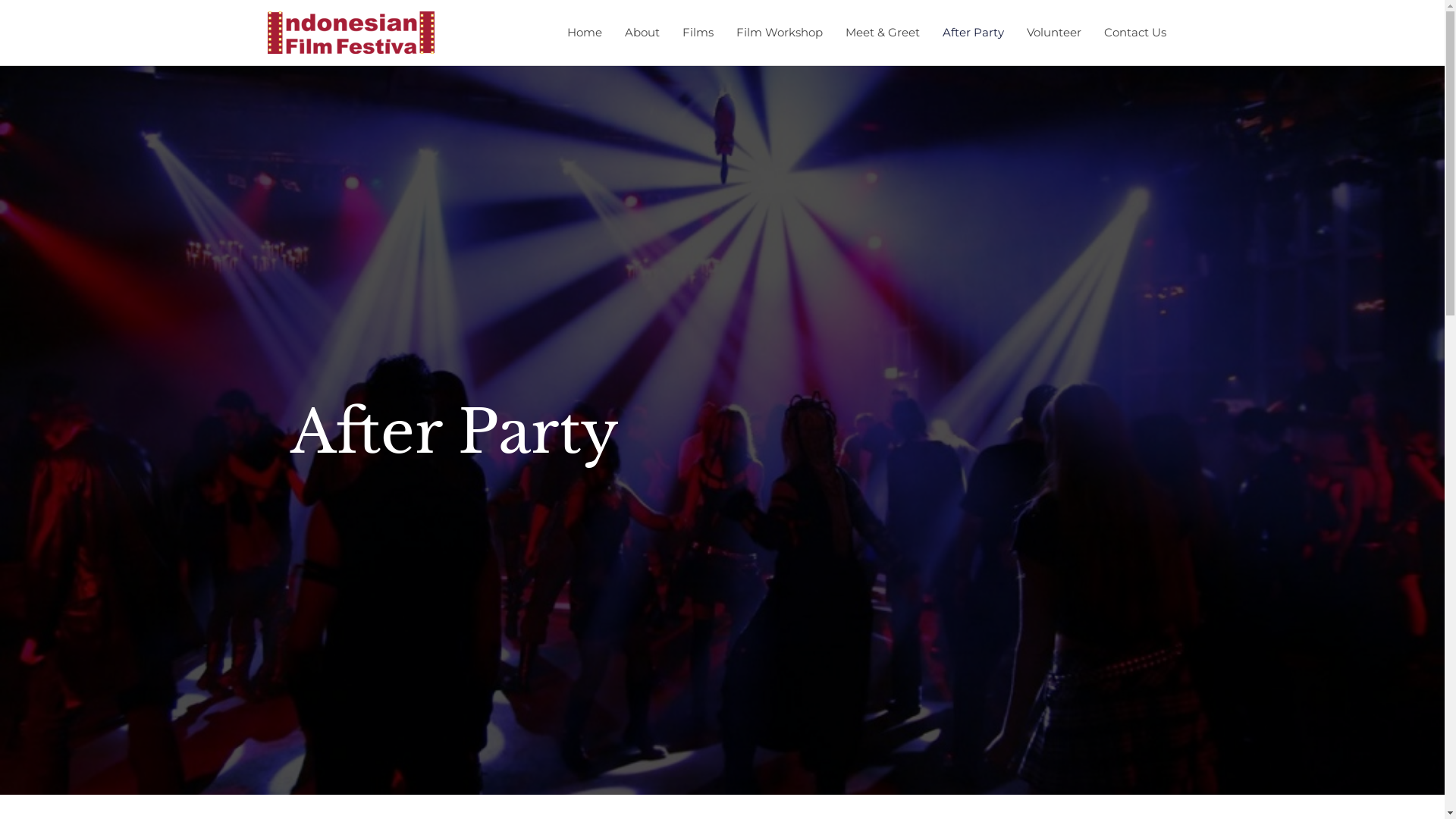 This screenshot has height=819, width=1456. Describe the element at coordinates (882, 32) in the screenshot. I see `'Meet & Greet'` at that location.